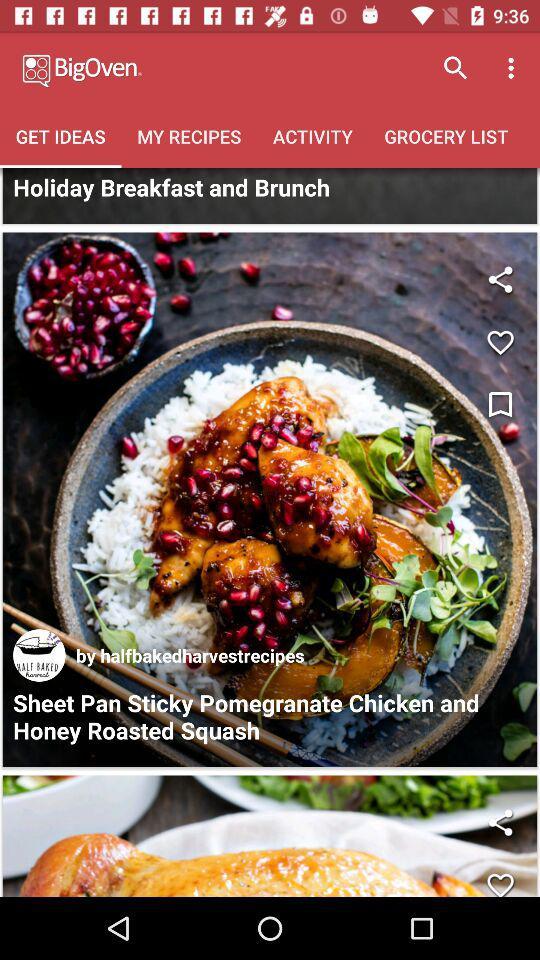 The height and width of the screenshot is (960, 540). I want to click on the icon above sheet pan sticky icon, so click(39, 654).